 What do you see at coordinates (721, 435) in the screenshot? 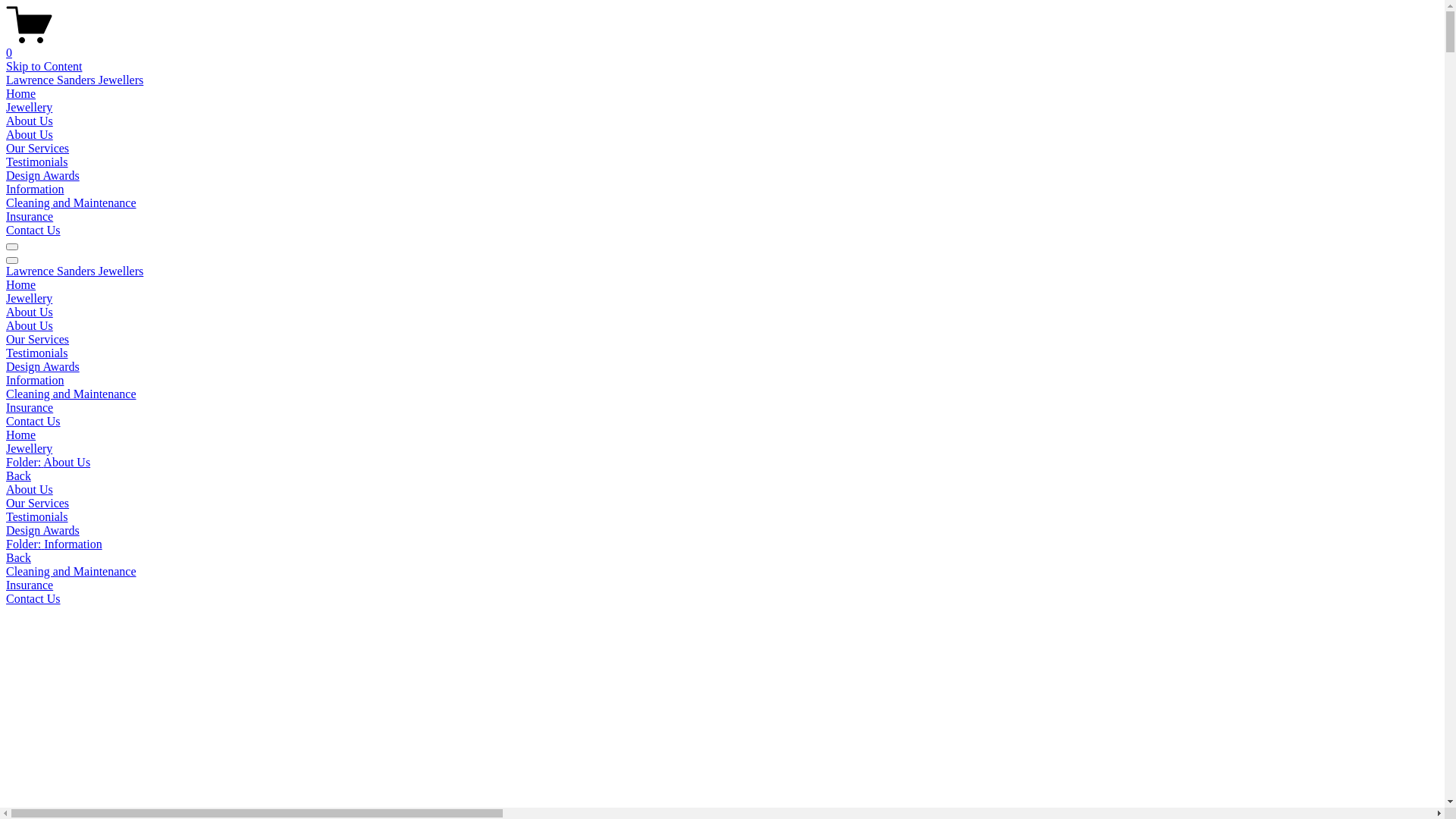
I see `'Home'` at bounding box center [721, 435].